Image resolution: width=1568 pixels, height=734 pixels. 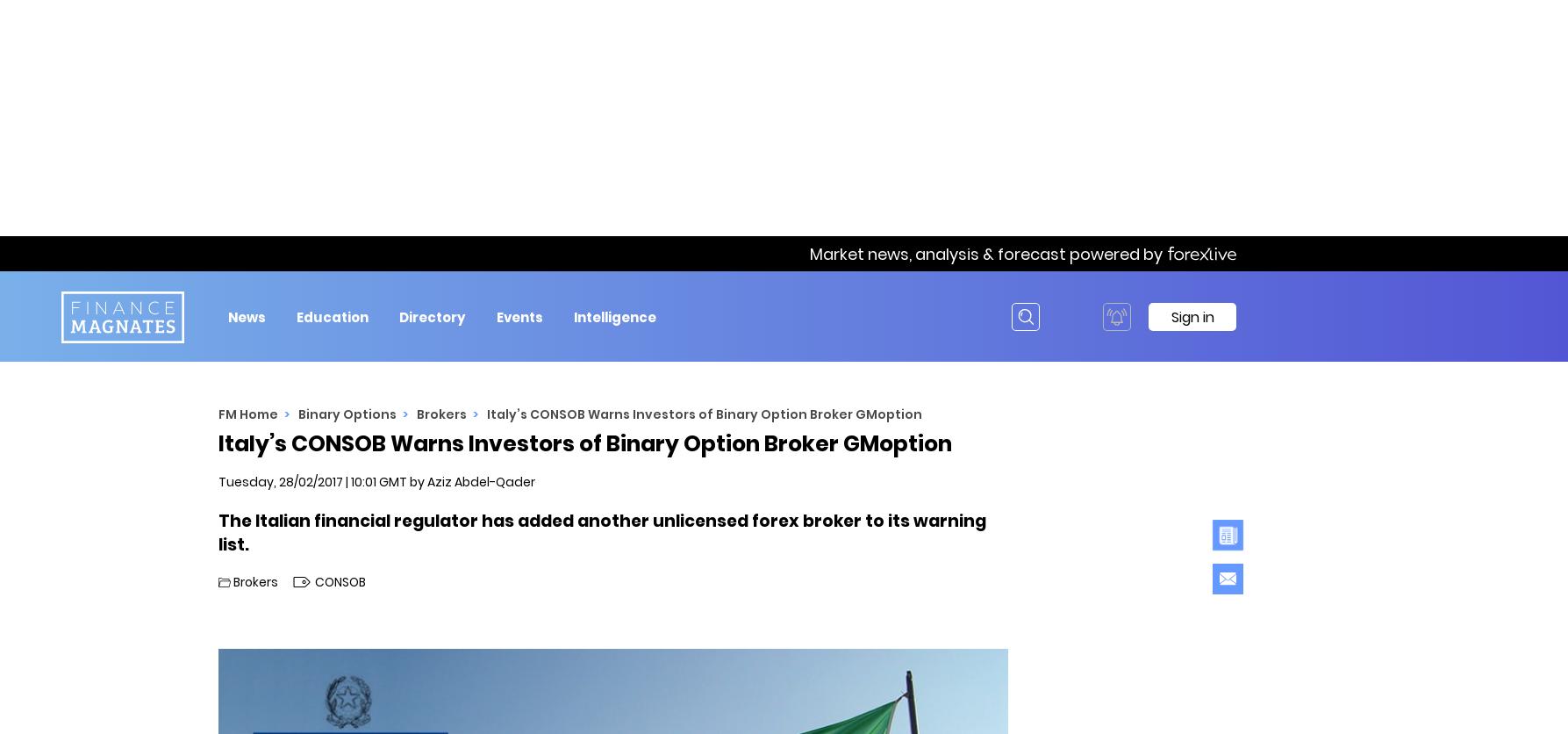 I want to click on 'Education', so click(x=333, y=315).